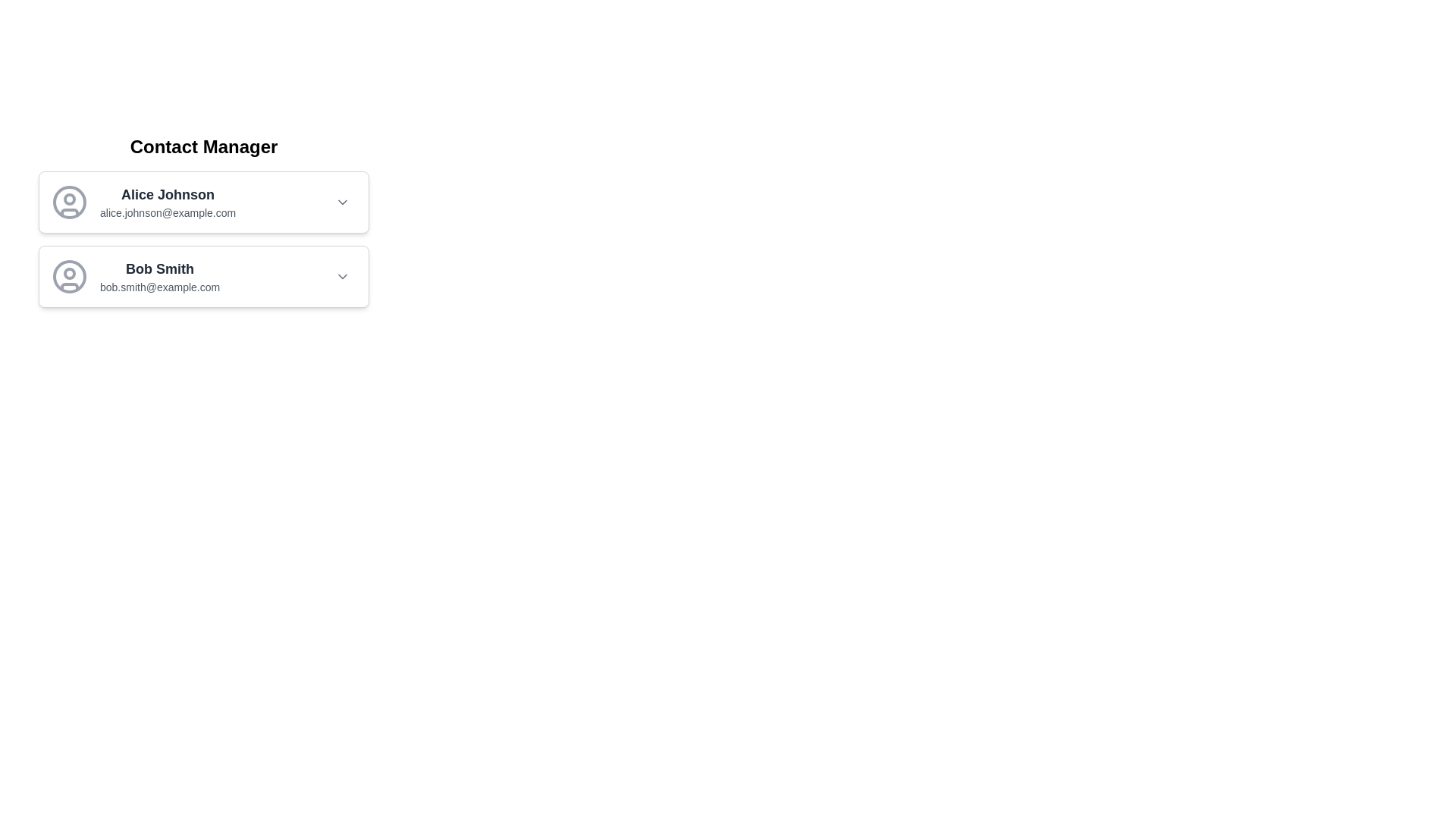 This screenshot has width=1456, height=819. I want to click on the downward arrow icon for the dropdown menu associated with user 'Bob Smith', so click(341, 277).